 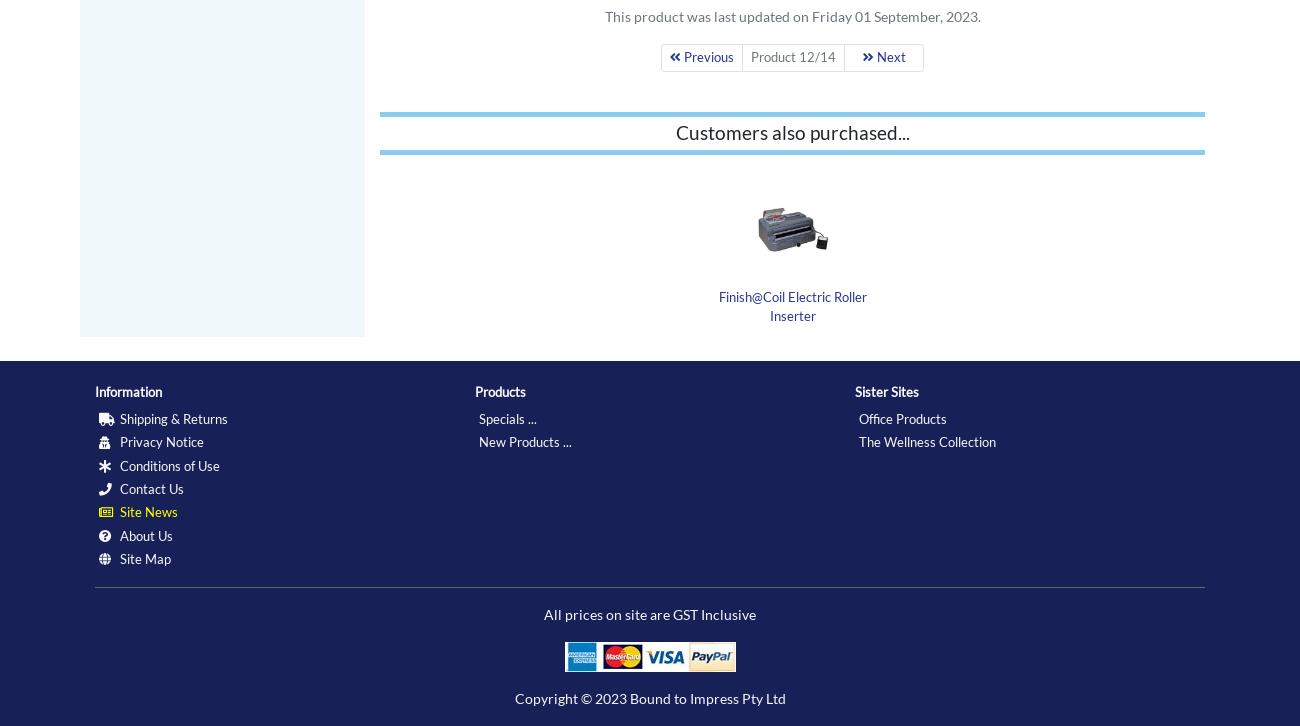 I want to click on 'About Us', so click(x=116, y=534).